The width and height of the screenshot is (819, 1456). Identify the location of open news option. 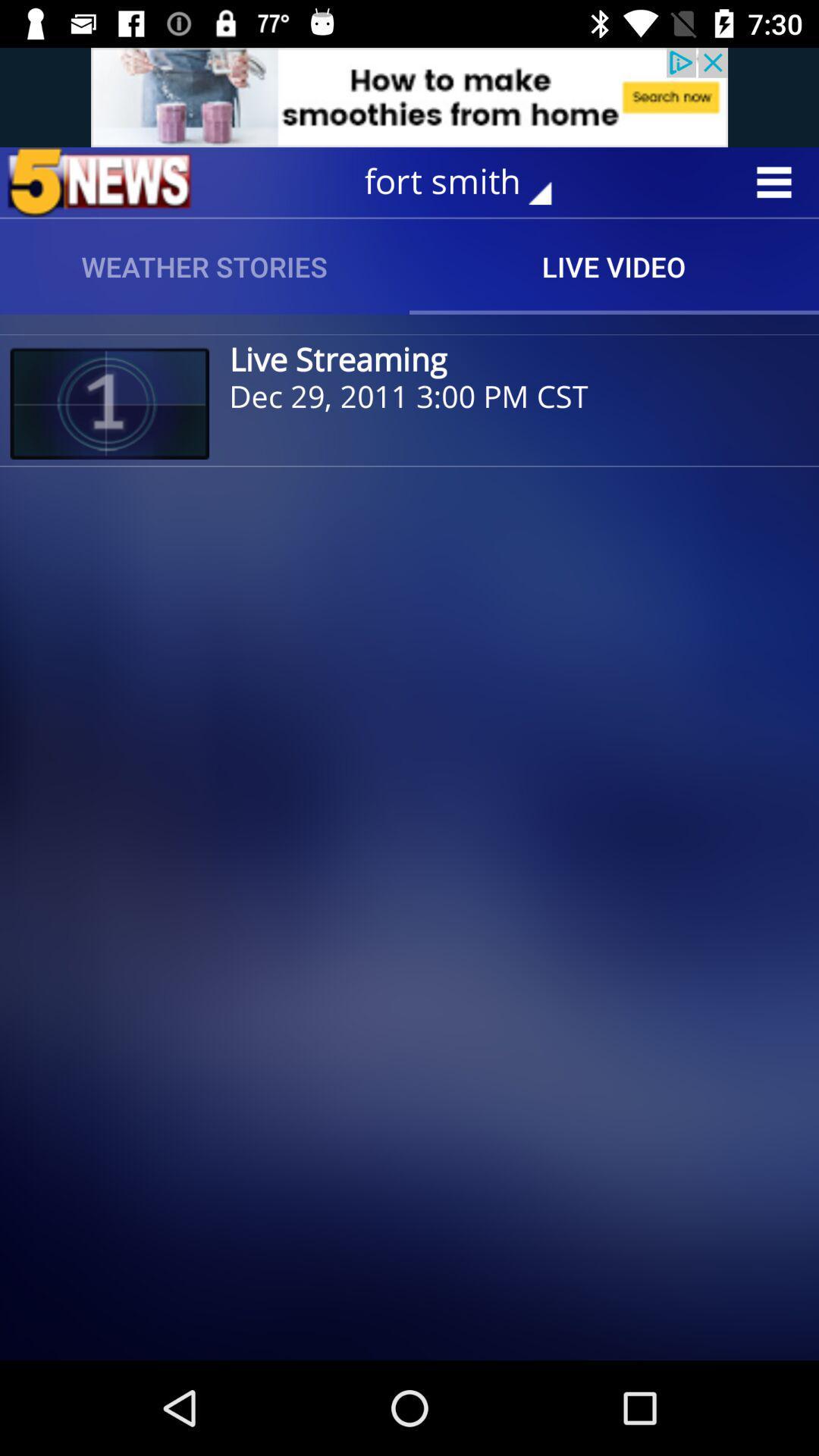
(99, 182).